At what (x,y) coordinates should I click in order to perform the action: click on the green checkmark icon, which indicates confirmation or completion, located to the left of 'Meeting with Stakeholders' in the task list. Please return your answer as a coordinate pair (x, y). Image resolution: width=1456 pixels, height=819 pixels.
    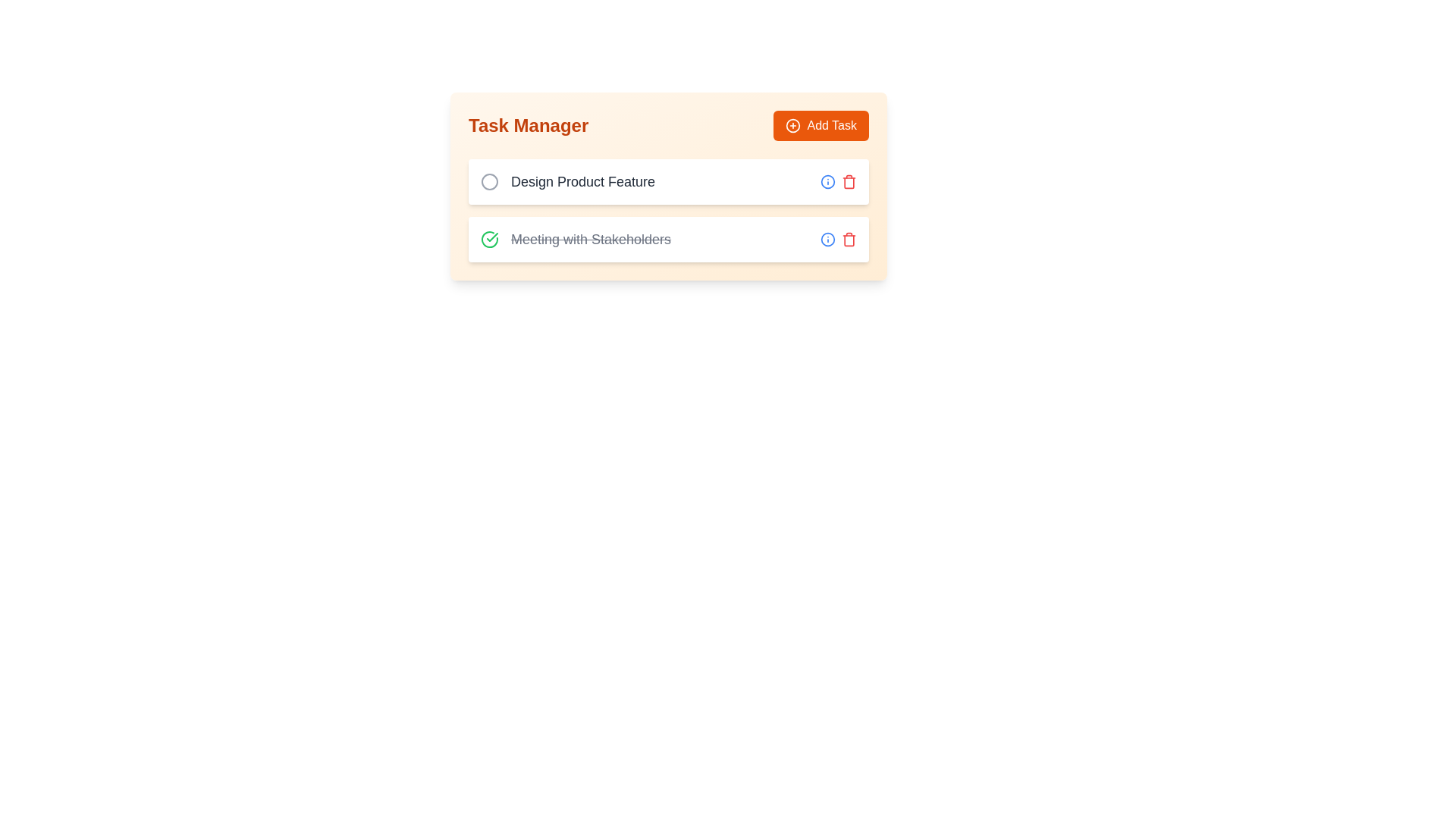
    Looking at the image, I should click on (492, 237).